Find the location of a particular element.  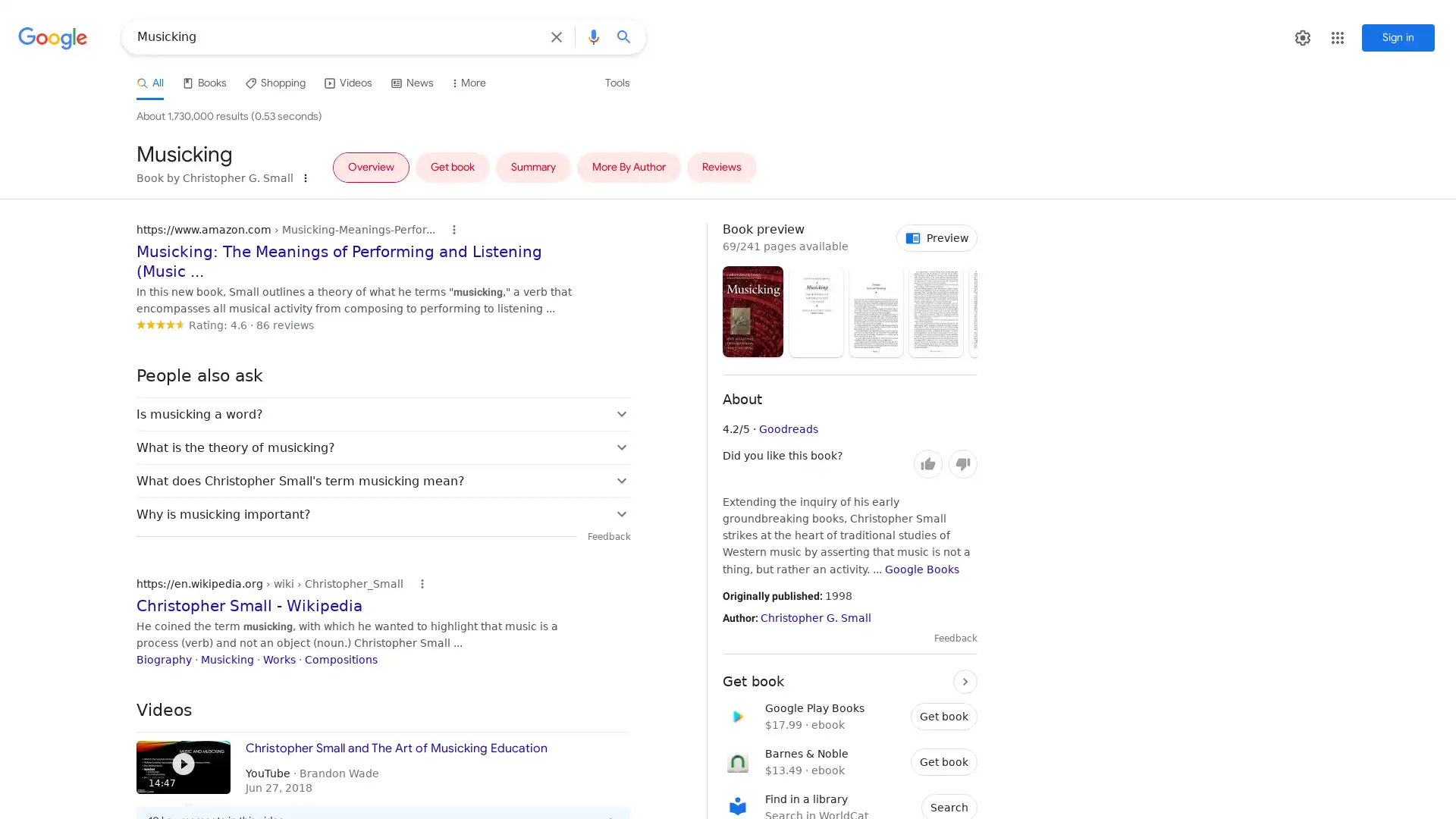

Like is located at coordinates (927, 463).